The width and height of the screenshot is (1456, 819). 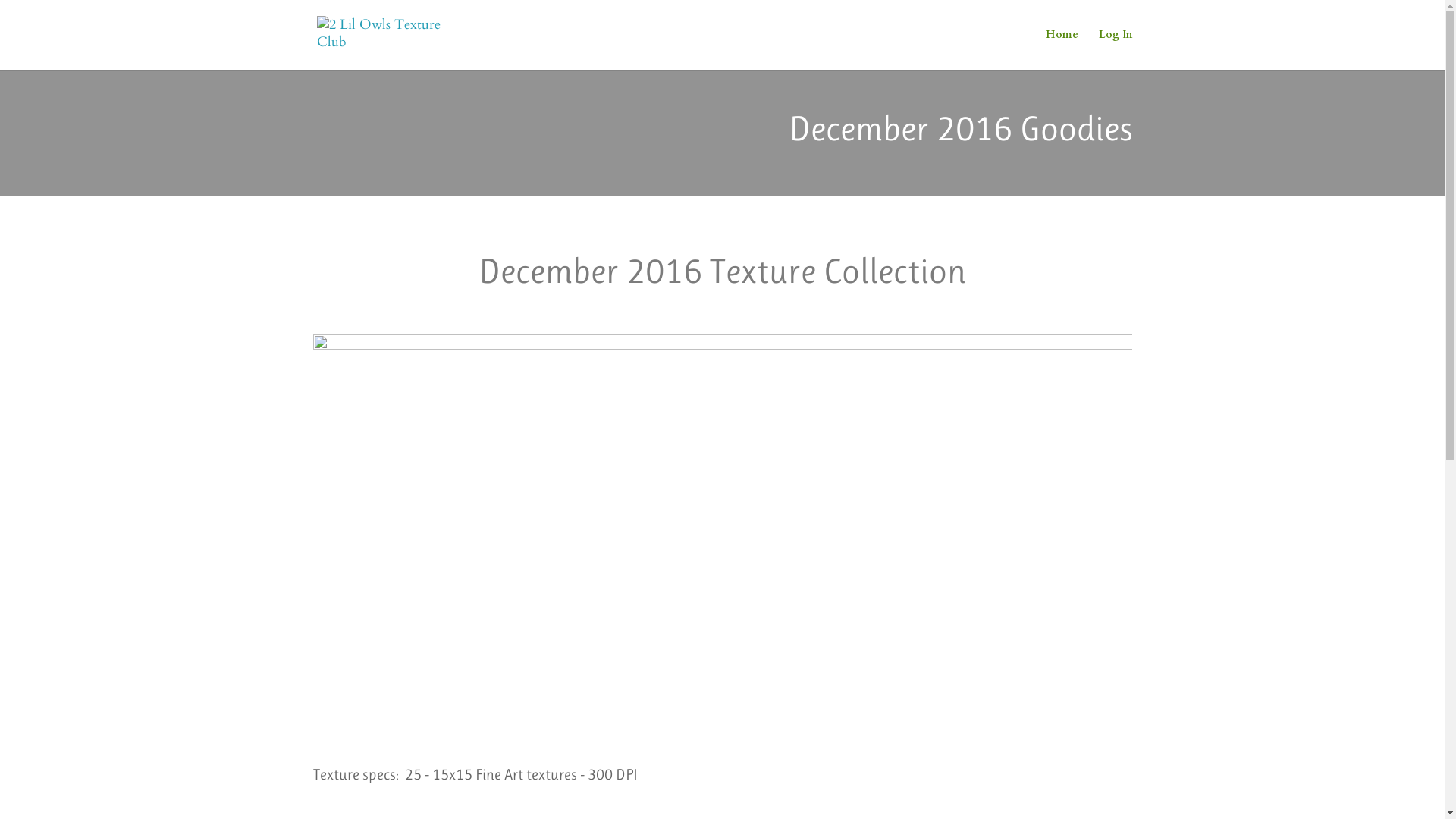 What do you see at coordinates (1098, 49) in the screenshot?
I see `'Log In'` at bounding box center [1098, 49].